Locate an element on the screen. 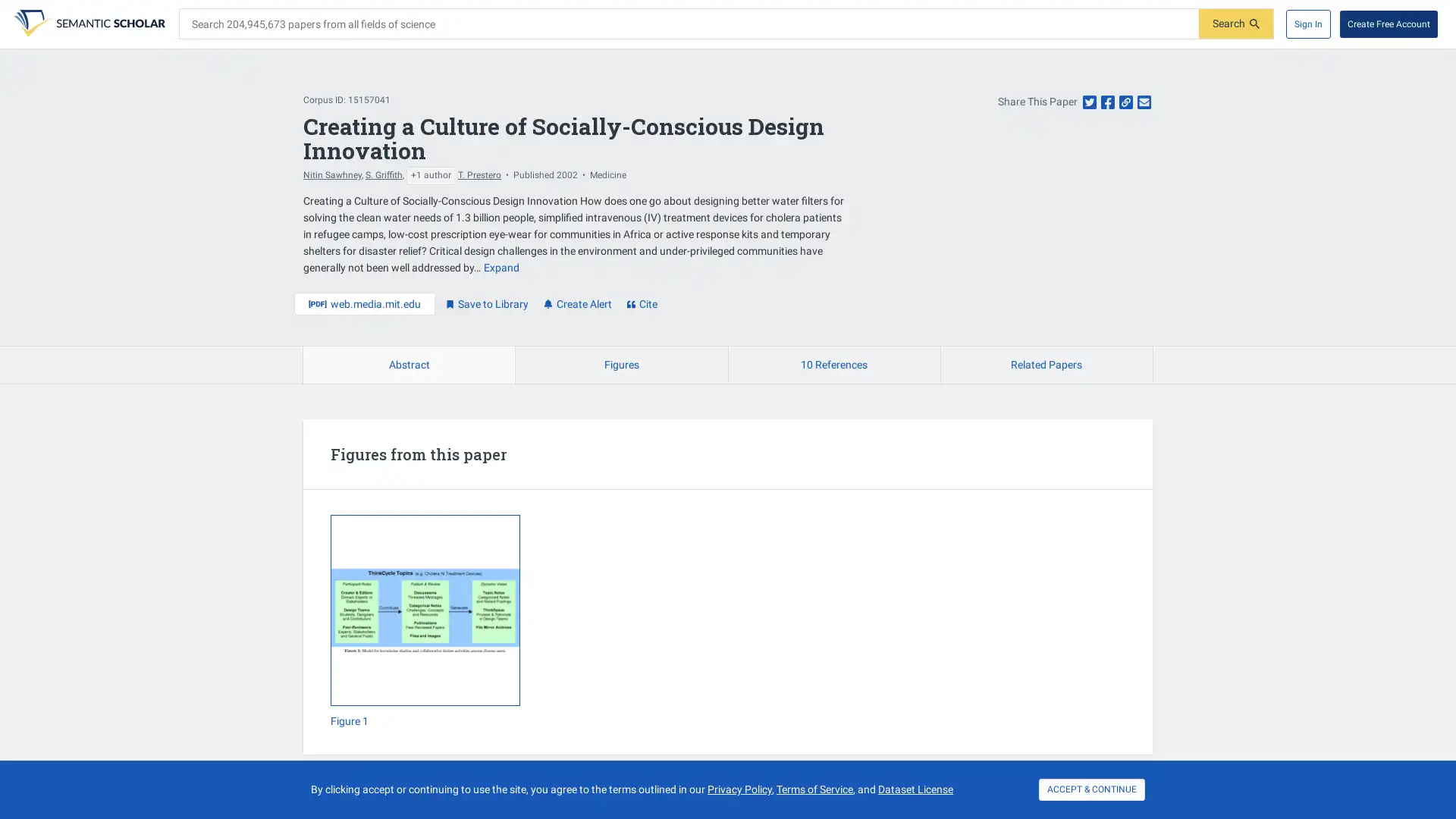 The width and height of the screenshot is (1456, 819). Sign In is located at coordinates (1307, 24).